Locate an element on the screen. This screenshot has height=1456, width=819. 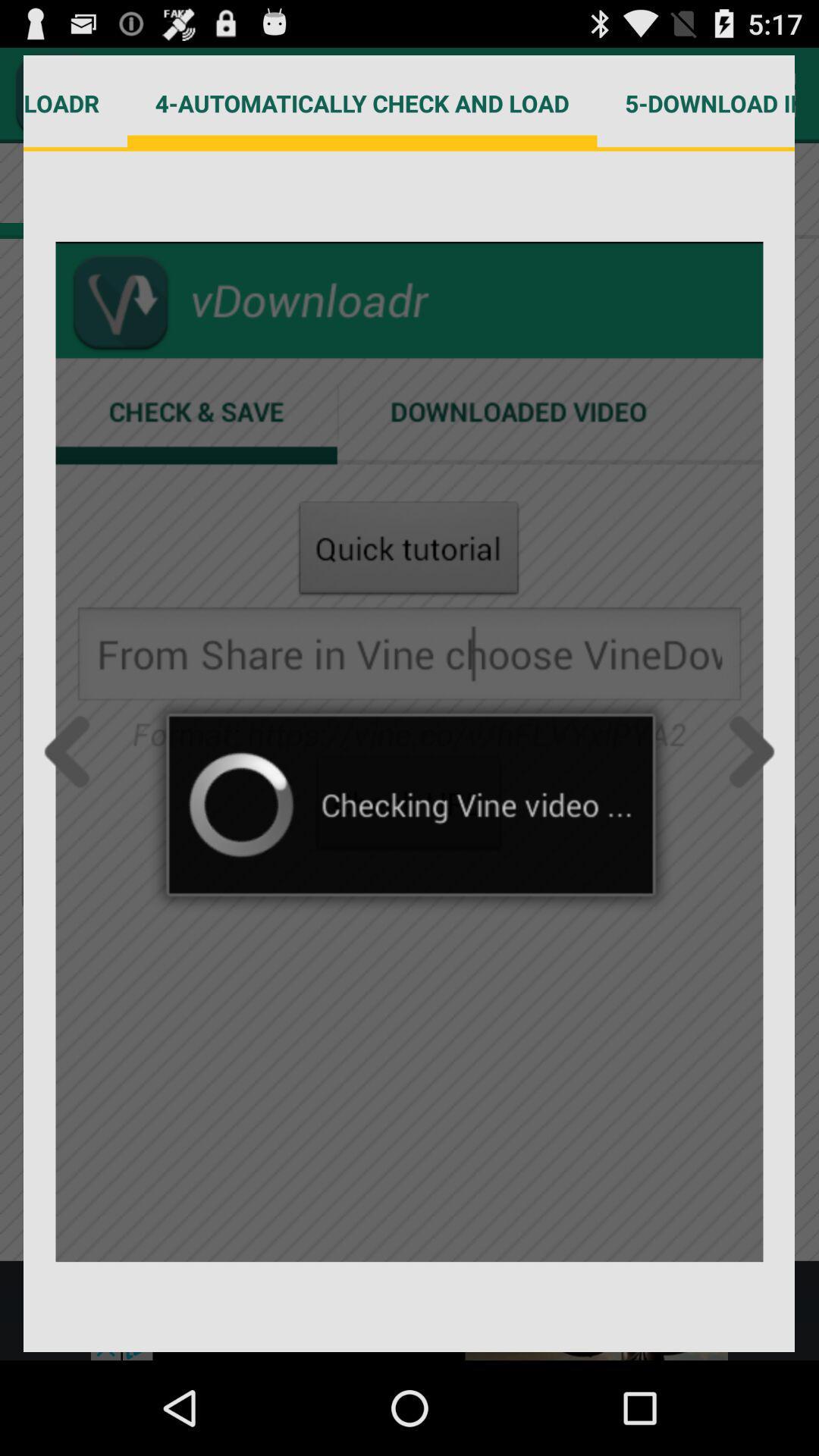
app next to 5 download in item is located at coordinates (362, 102).